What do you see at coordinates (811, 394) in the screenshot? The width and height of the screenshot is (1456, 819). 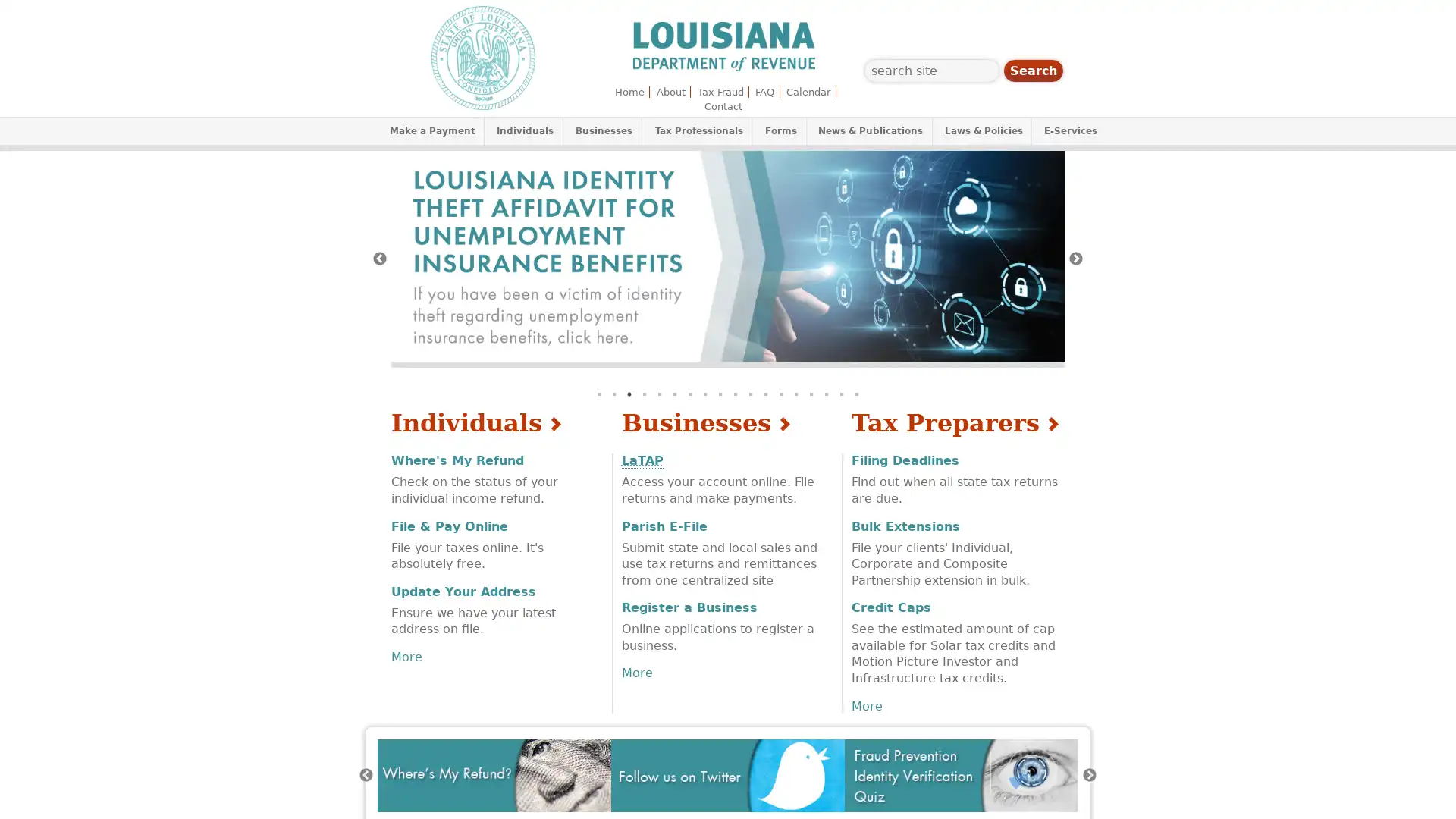 I see `15` at bounding box center [811, 394].